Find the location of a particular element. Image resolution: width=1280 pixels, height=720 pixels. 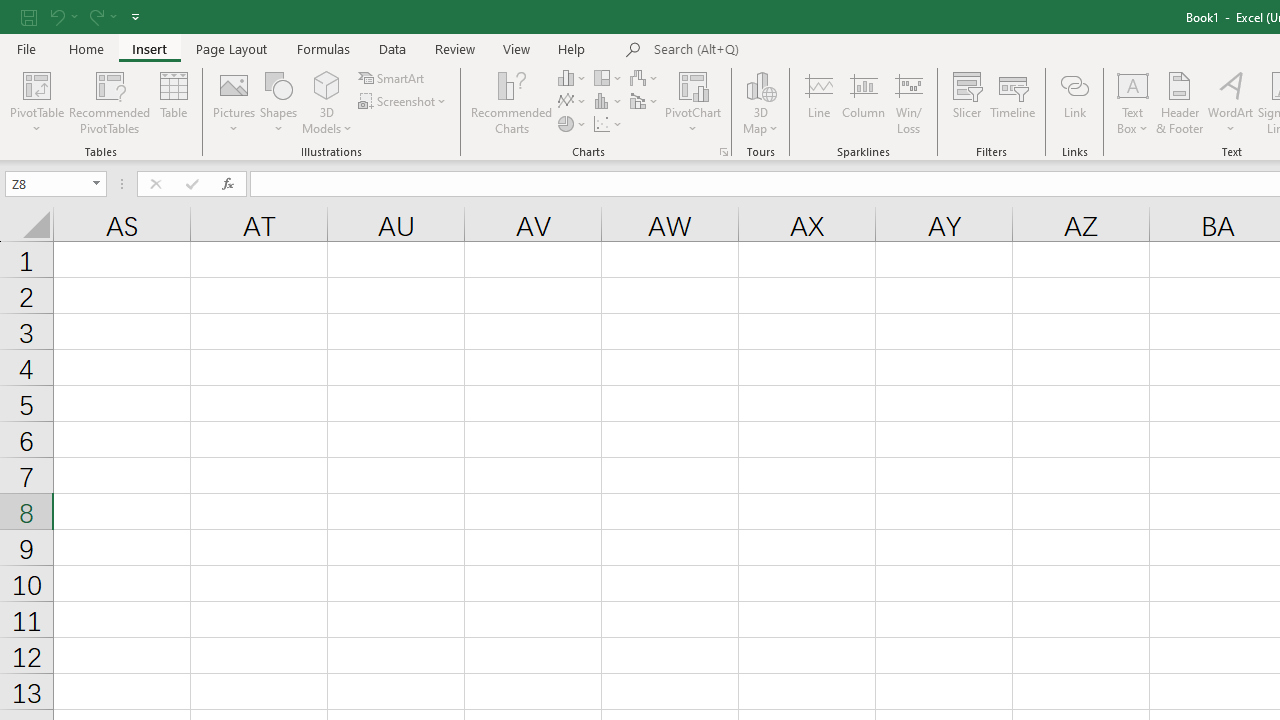

'Link' is located at coordinates (1073, 103).